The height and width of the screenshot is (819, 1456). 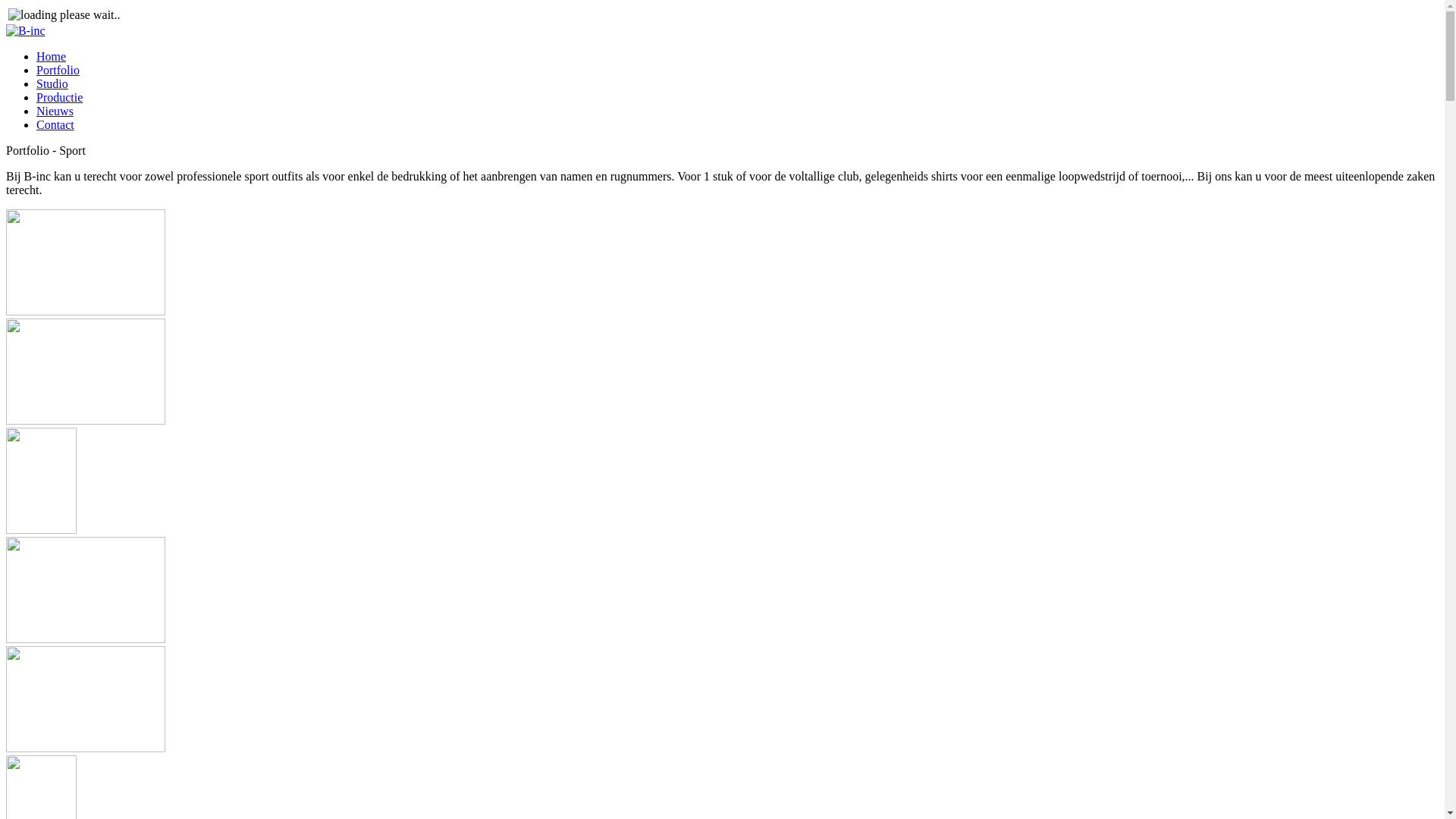 What do you see at coordinates (36, 83) in the screenshot?
I see `'Studio'` at bounding box center [36, 83].